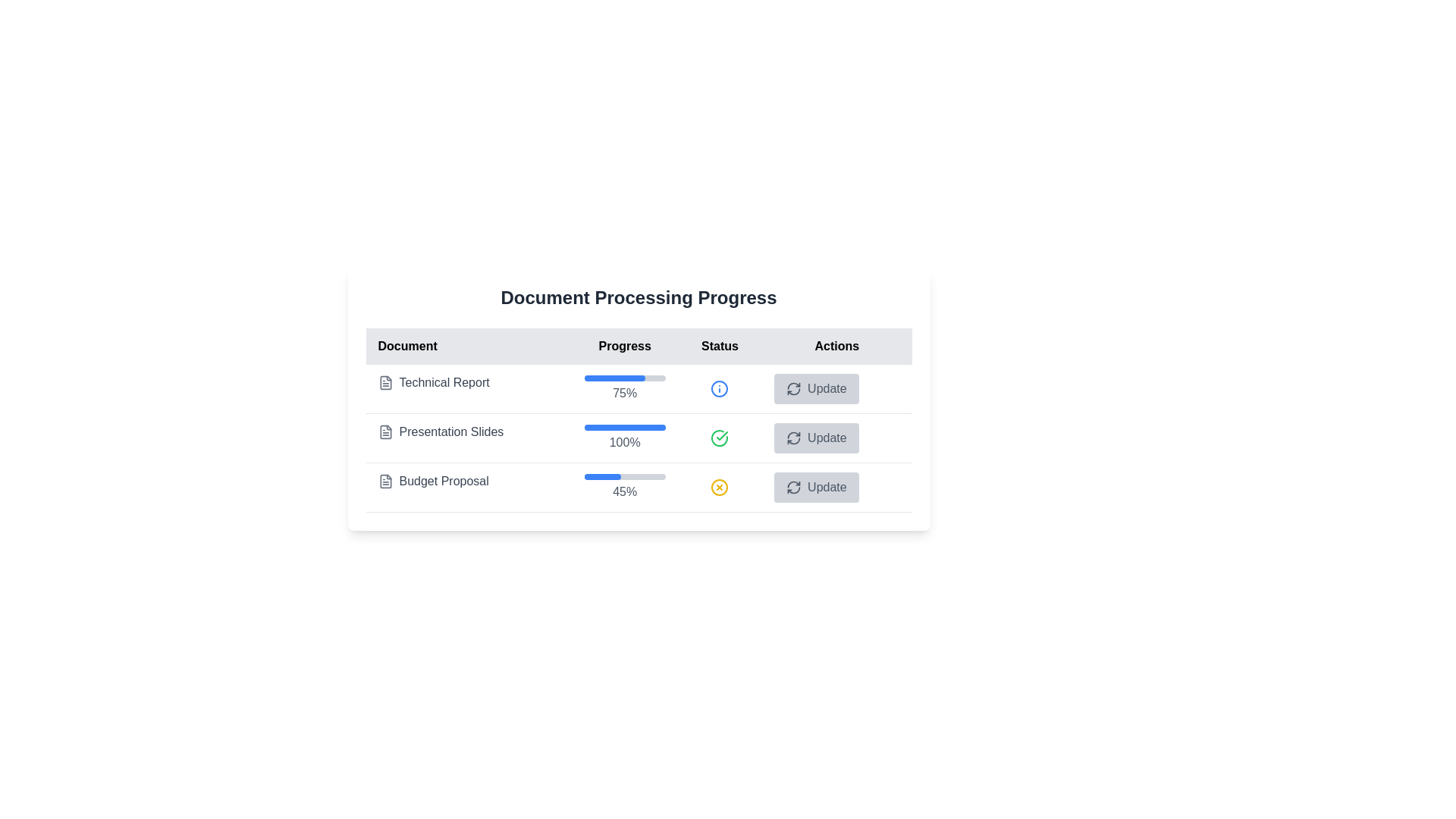 The height and width of the screenshot is (819, 1456). Describe the element at coordinates (639, 438) in the screenshot. I see `the progress indicator with text that shows the processing of the 'Presentation Slides' document is 100% complete, located in the second row of the document table` at that location.